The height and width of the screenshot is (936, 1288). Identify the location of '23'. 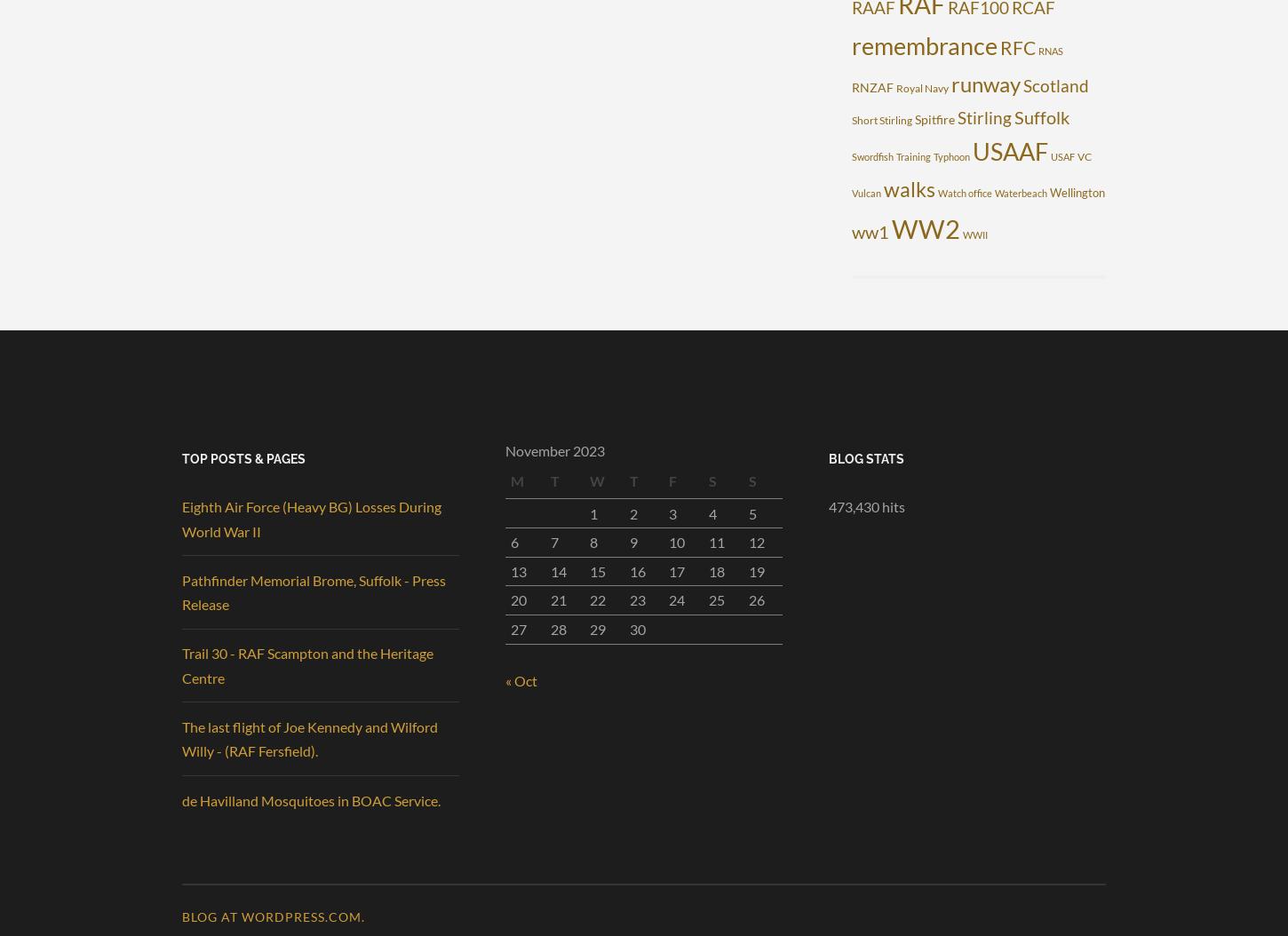
(636, 599).